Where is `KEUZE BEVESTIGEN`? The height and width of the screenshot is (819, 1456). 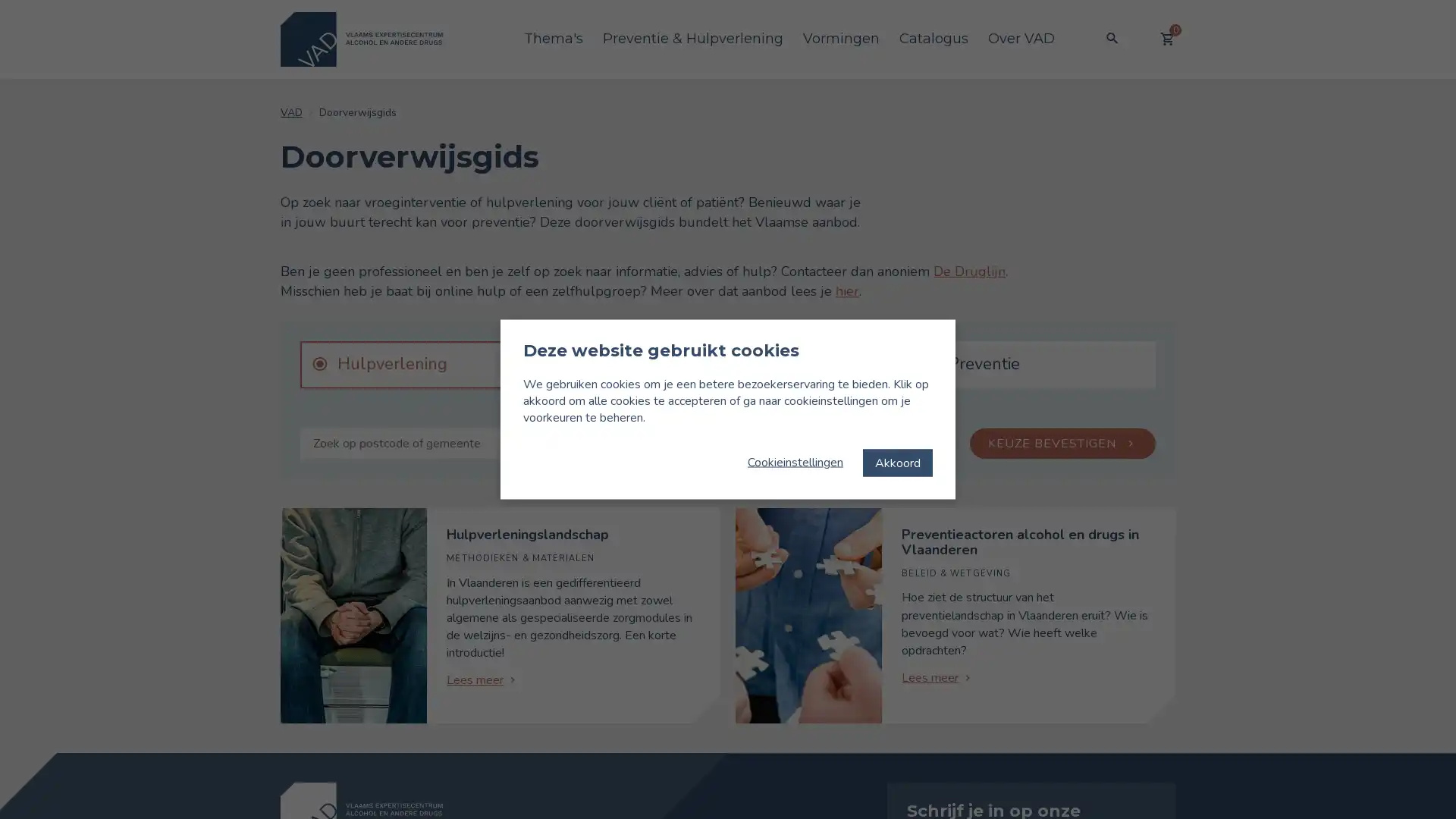
KEUZE BEVESTIGEN is located at coordinates (1062, 442).